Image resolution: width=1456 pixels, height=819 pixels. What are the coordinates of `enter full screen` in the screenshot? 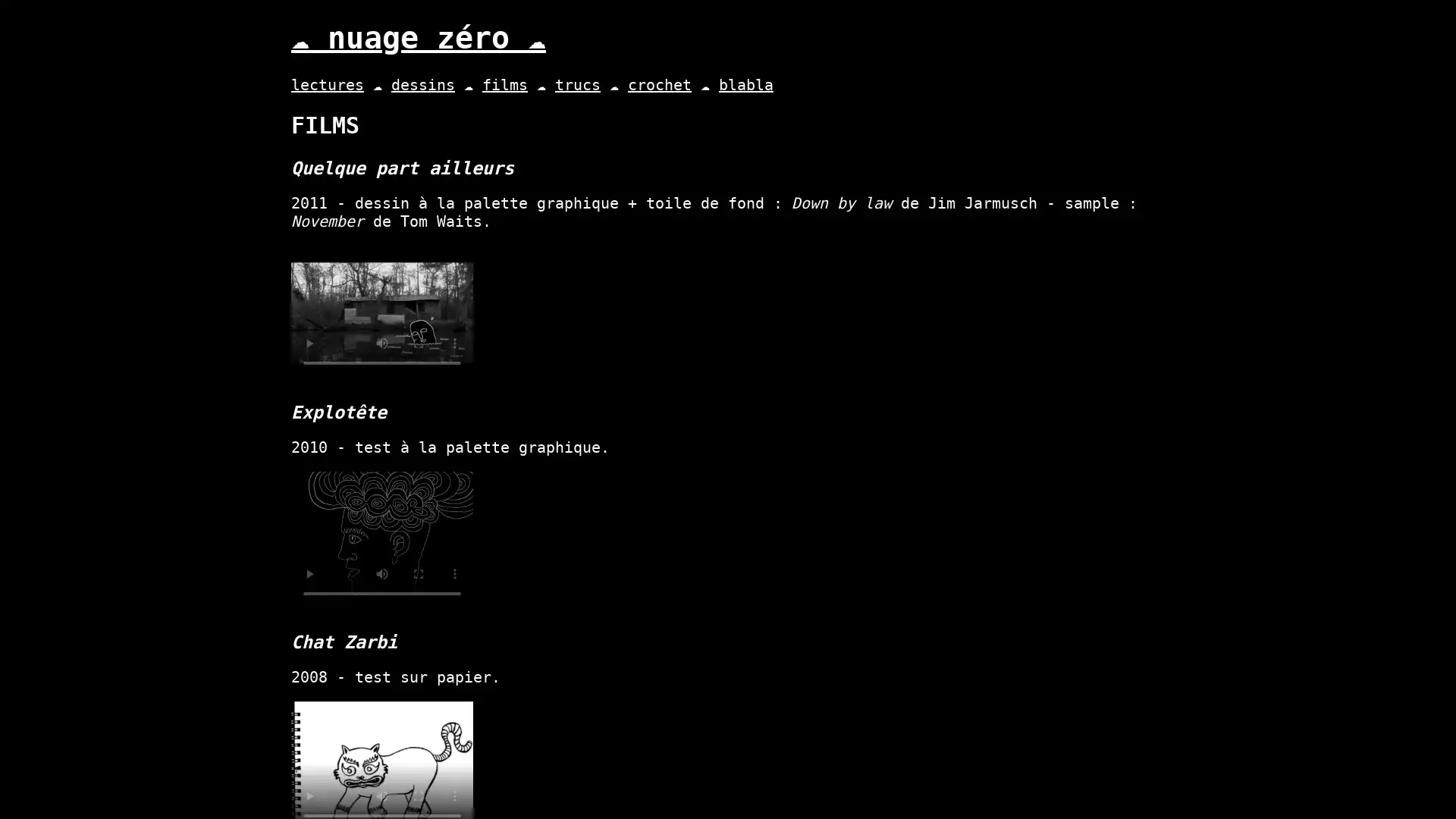 It's located at (419, 343).